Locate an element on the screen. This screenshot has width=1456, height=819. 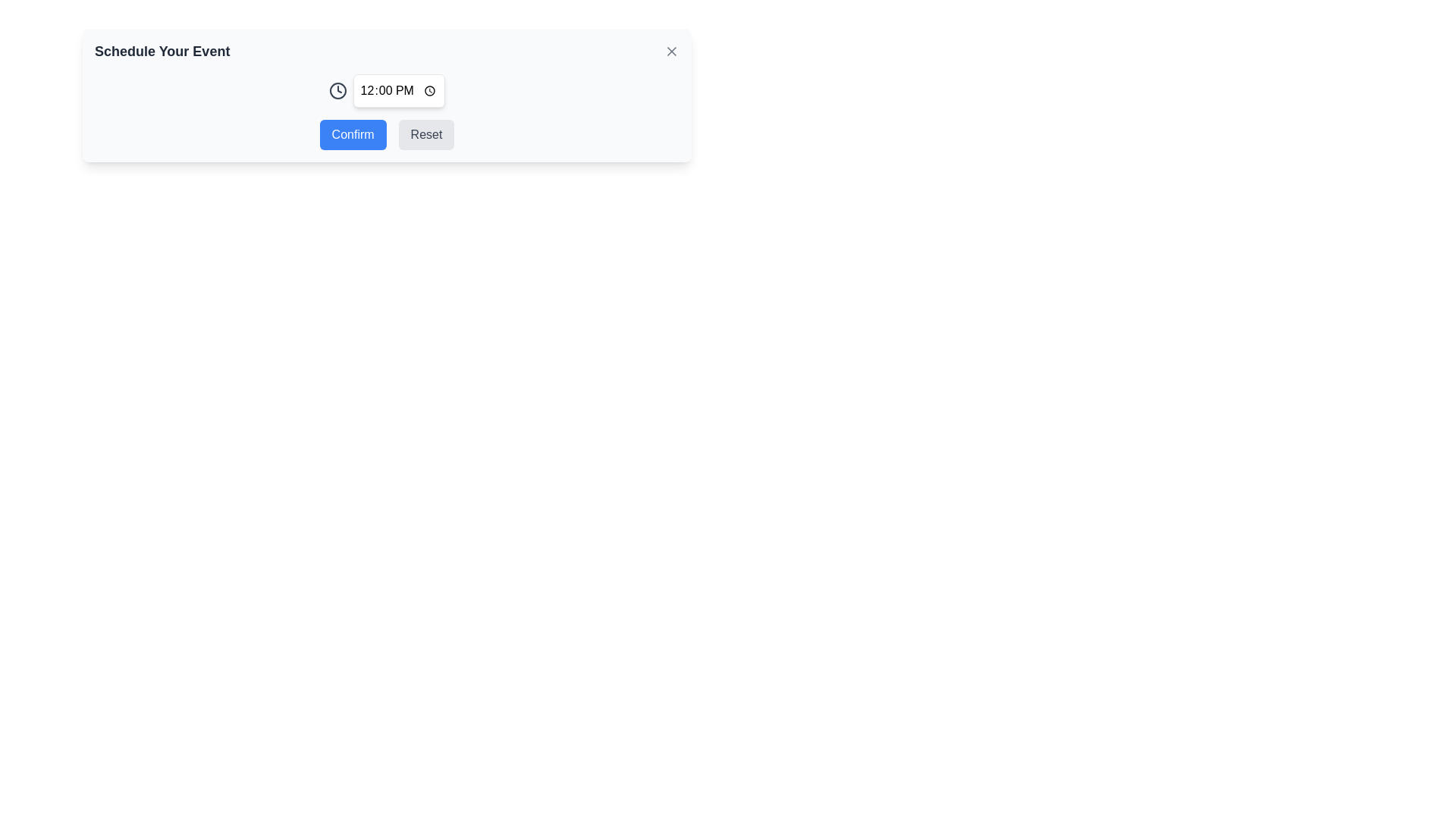
the Decorative SVG Circle that serves as the circular frame of the clock icon in the interface is located at coordinates (337, 90).